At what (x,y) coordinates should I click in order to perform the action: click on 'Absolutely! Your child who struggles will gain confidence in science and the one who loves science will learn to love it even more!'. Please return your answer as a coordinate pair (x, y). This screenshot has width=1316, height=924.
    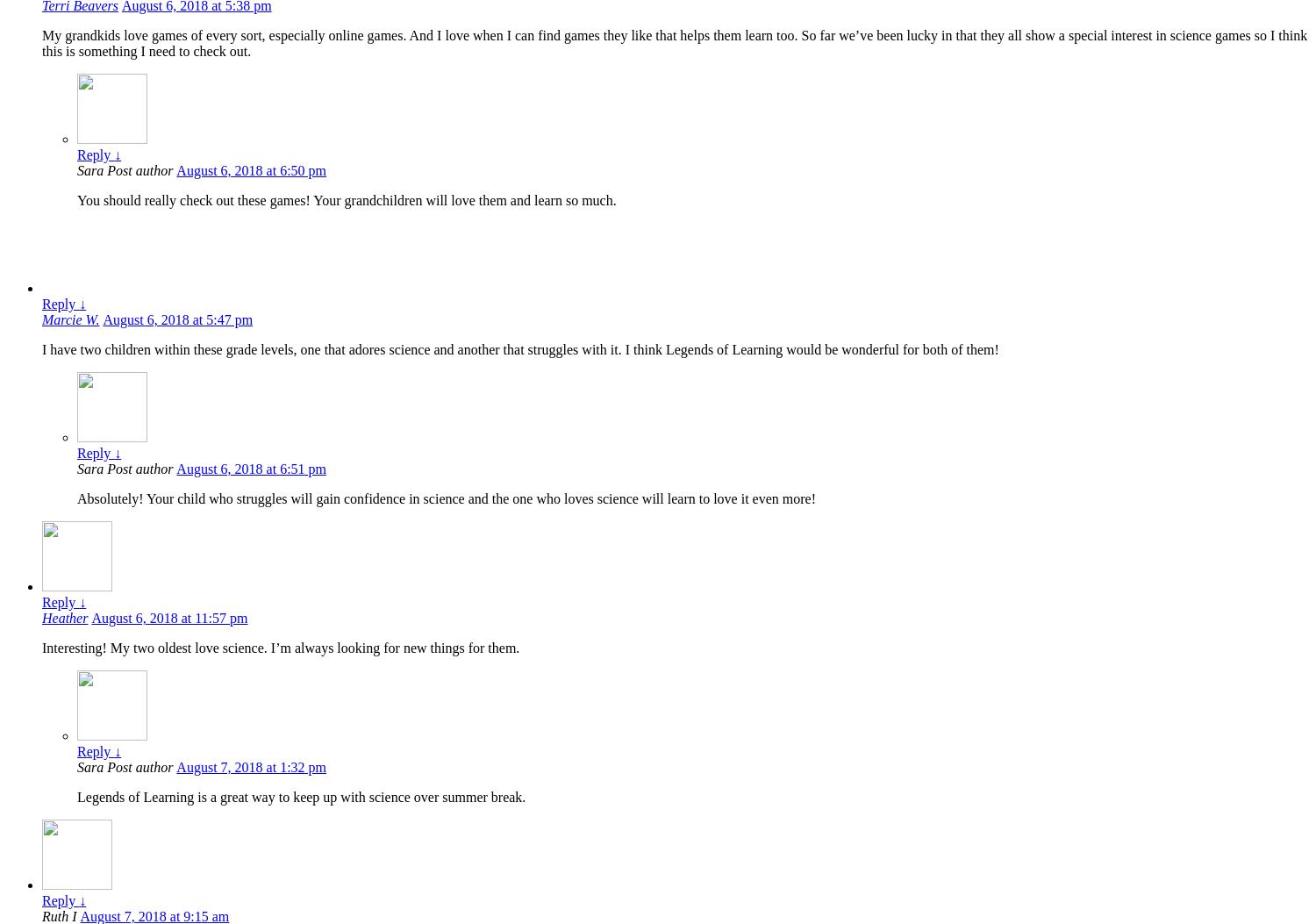
    Looking at the image, I should click on (446, 498).